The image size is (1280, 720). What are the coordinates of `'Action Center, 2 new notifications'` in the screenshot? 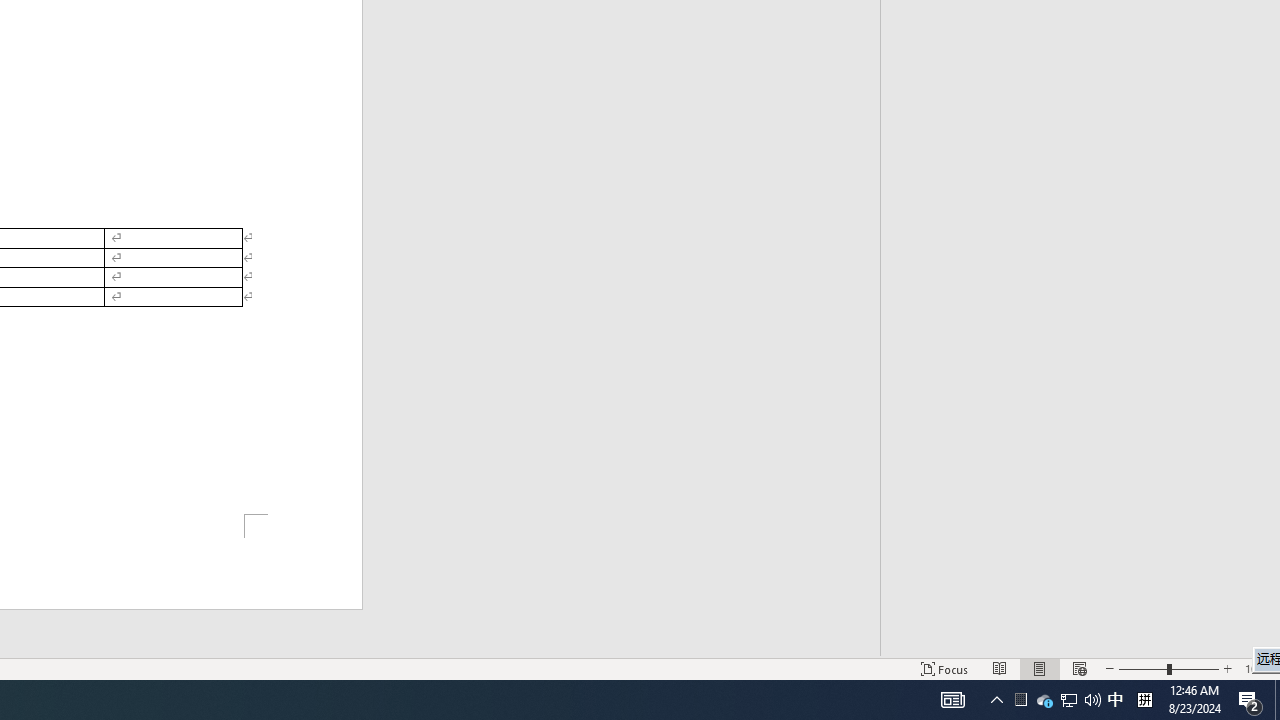 It's located at (1257, 669).